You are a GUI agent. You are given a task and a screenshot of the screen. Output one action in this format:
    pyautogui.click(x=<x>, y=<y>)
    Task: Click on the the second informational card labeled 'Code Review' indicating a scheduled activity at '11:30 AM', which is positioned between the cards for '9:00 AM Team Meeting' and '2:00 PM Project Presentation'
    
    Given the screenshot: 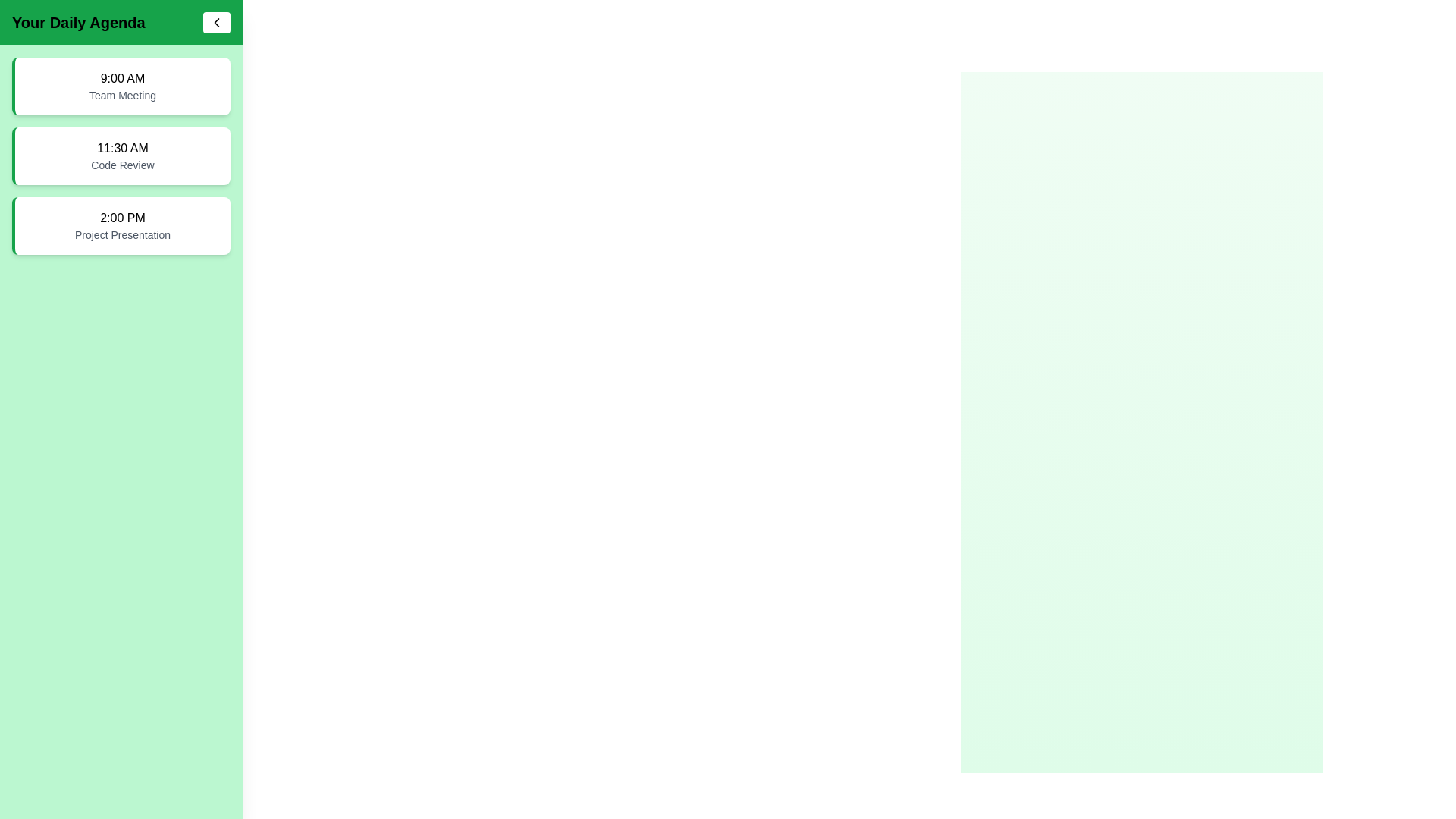 What is the action you would take?
    pyautogui.click(x=120, y=155)
    